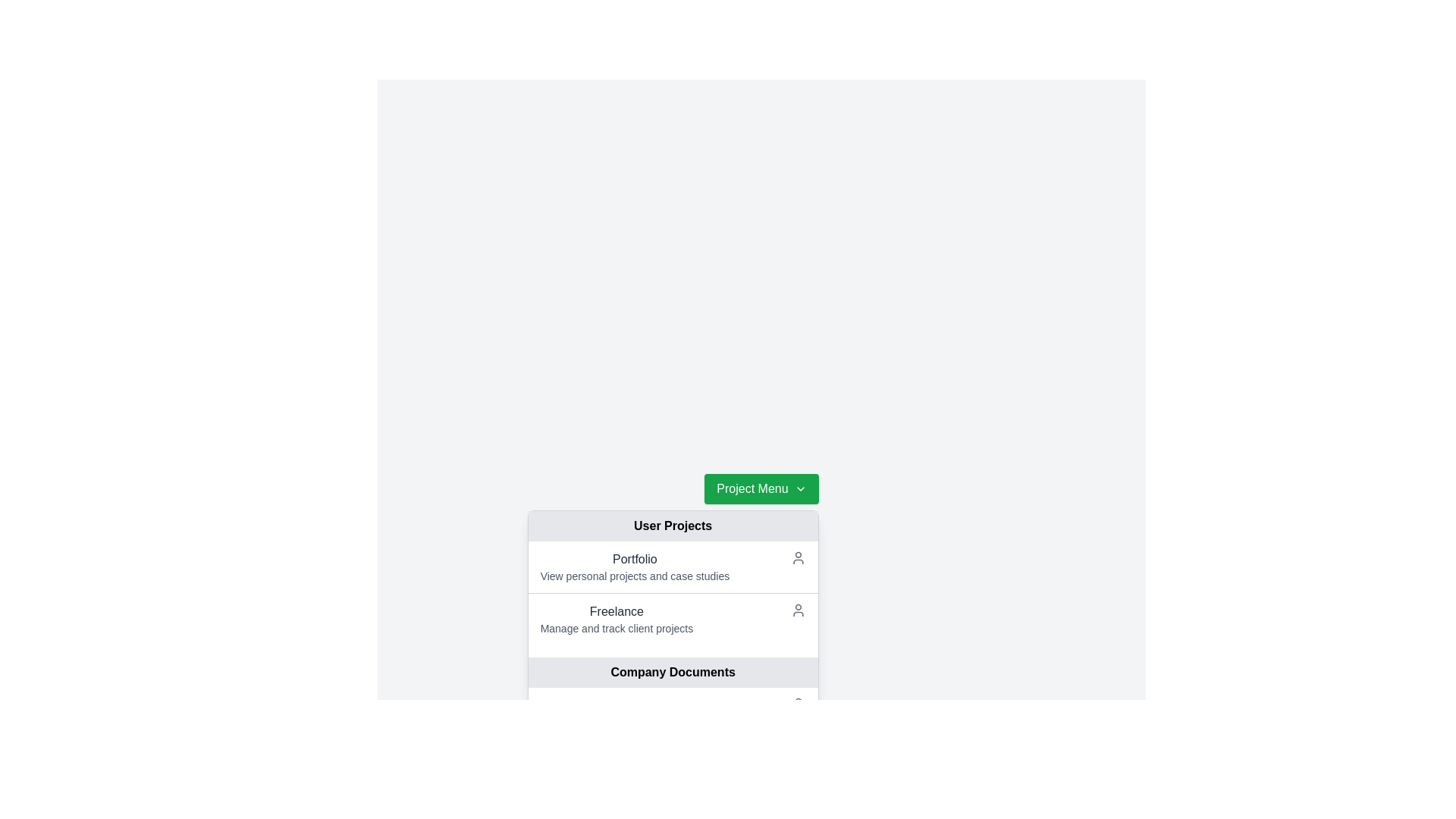  Describe the element at coordinates (672, 619) in the screenshot. I see `the second item in the 'User Projects' list` at that location.